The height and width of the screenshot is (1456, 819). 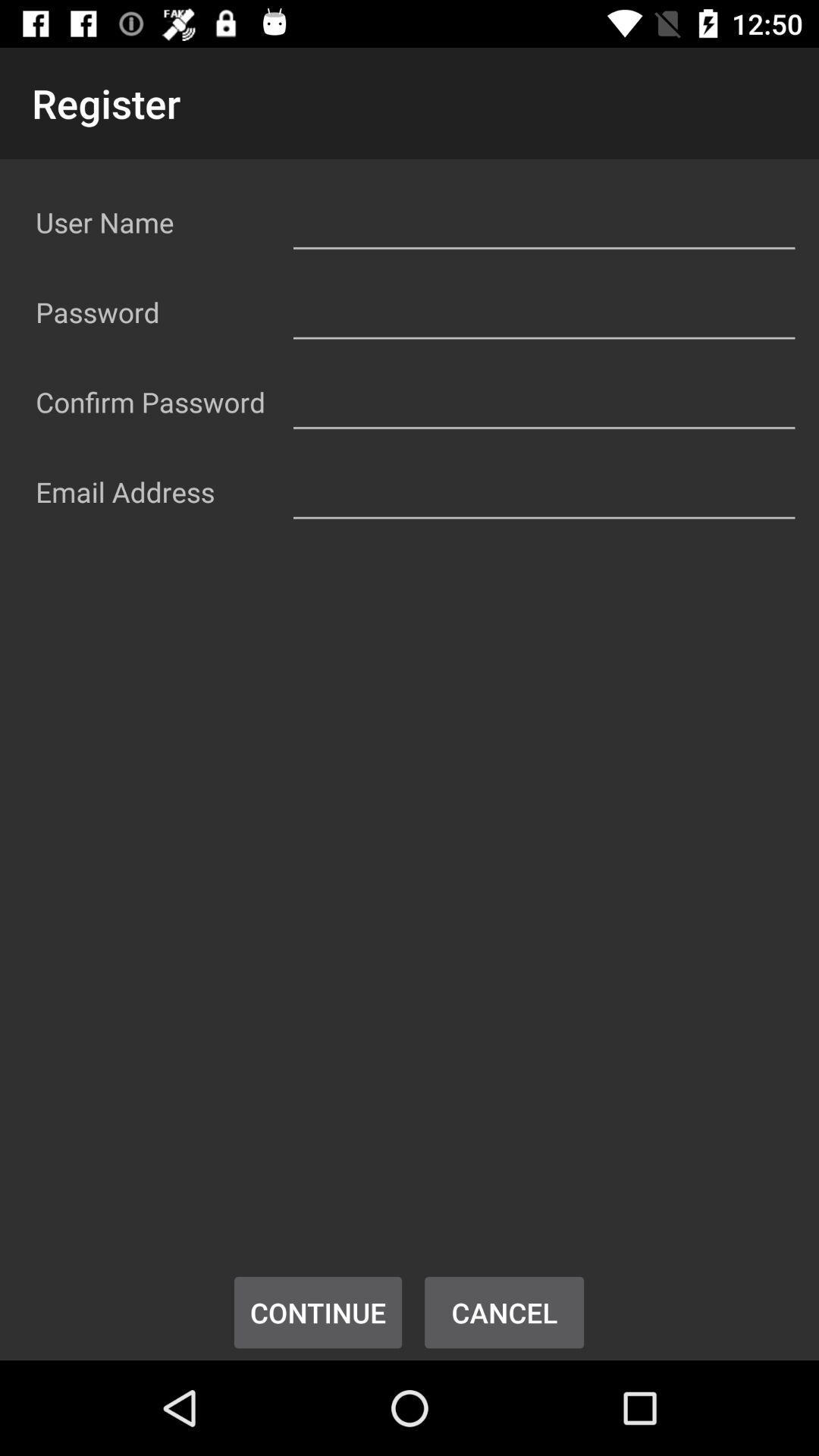 I want to click on the field next to user name, so click(x=543, y=219).